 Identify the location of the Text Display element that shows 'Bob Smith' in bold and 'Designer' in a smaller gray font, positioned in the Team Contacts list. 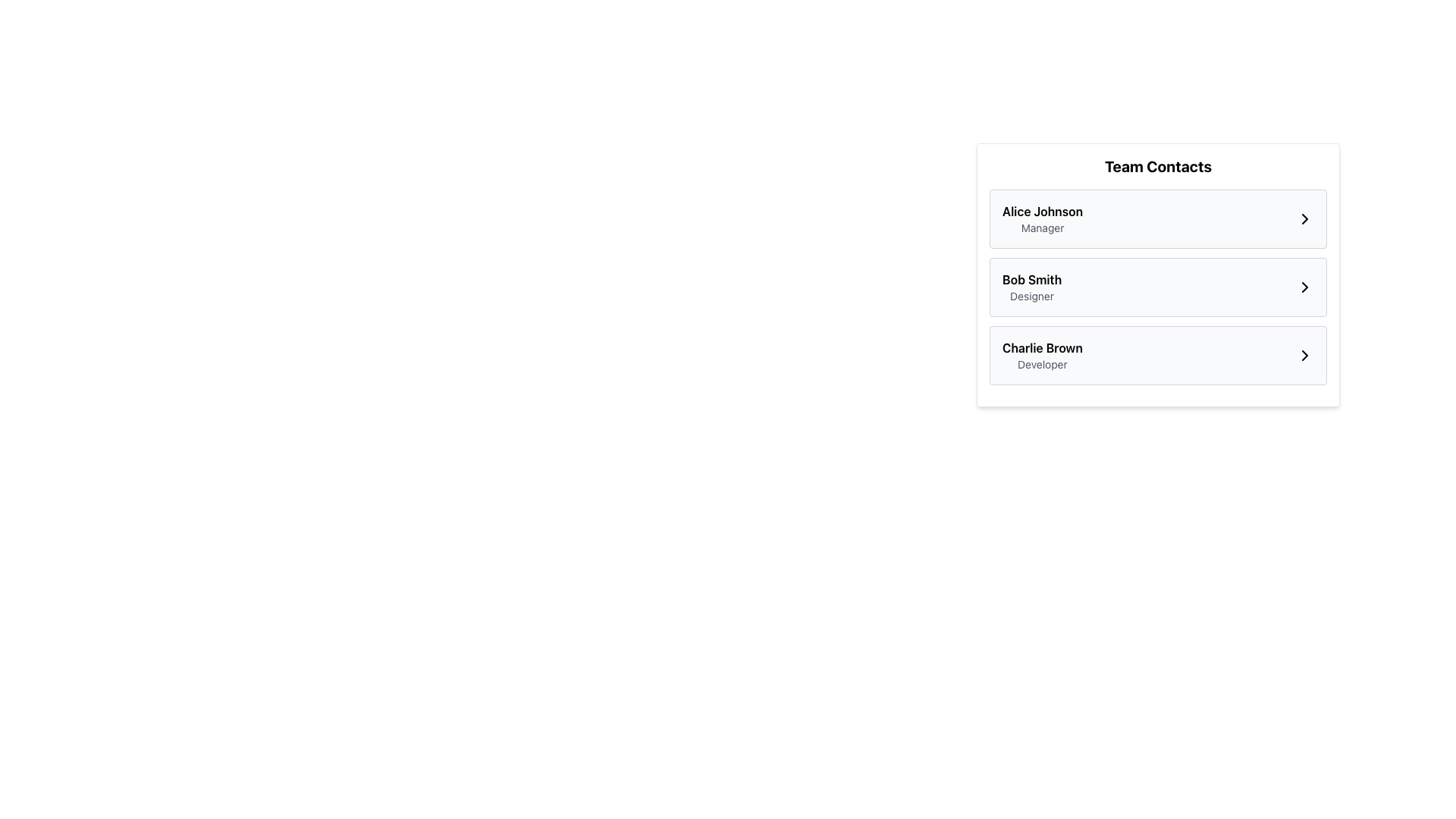
(1031, 287).